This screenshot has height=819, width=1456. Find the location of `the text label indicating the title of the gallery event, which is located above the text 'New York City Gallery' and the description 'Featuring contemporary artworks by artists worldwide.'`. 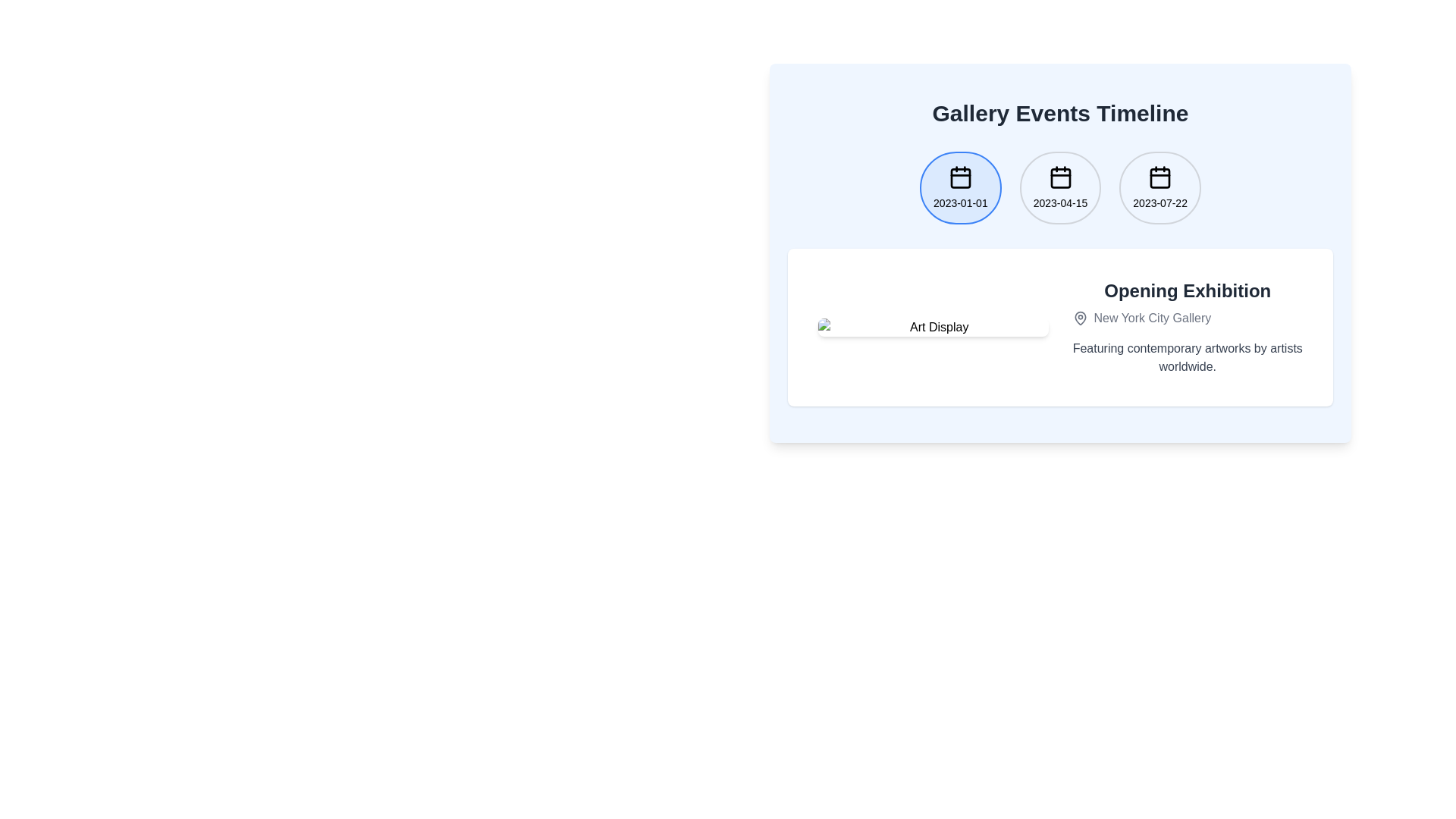

the text label indicating the title of the gallery event, which is located above the text 'New York City Gallery' and the description 'Featuring contemporary artworks by artists worldwide.' is located at coordinates (1187, 291).